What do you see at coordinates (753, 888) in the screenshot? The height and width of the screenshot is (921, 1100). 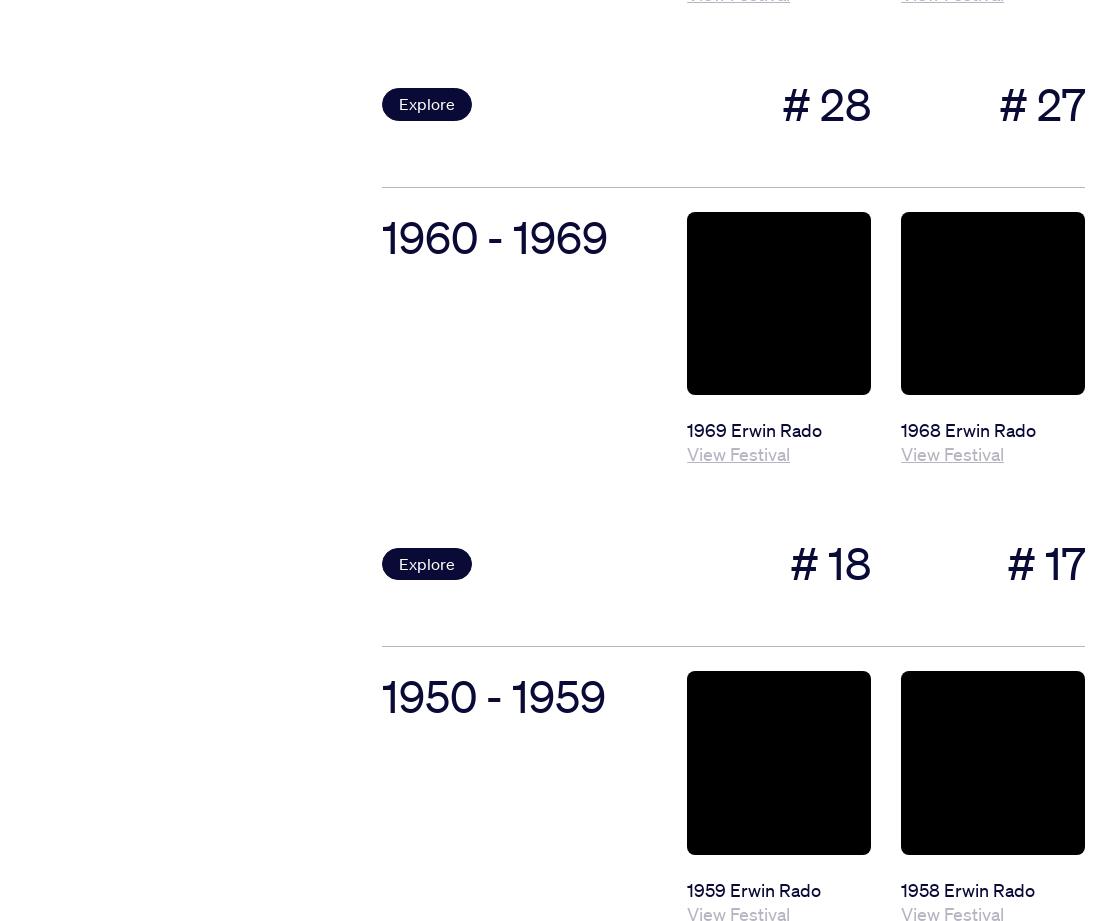 I see `'1959 Erwin Rado'` at bounding box center [753, 888].